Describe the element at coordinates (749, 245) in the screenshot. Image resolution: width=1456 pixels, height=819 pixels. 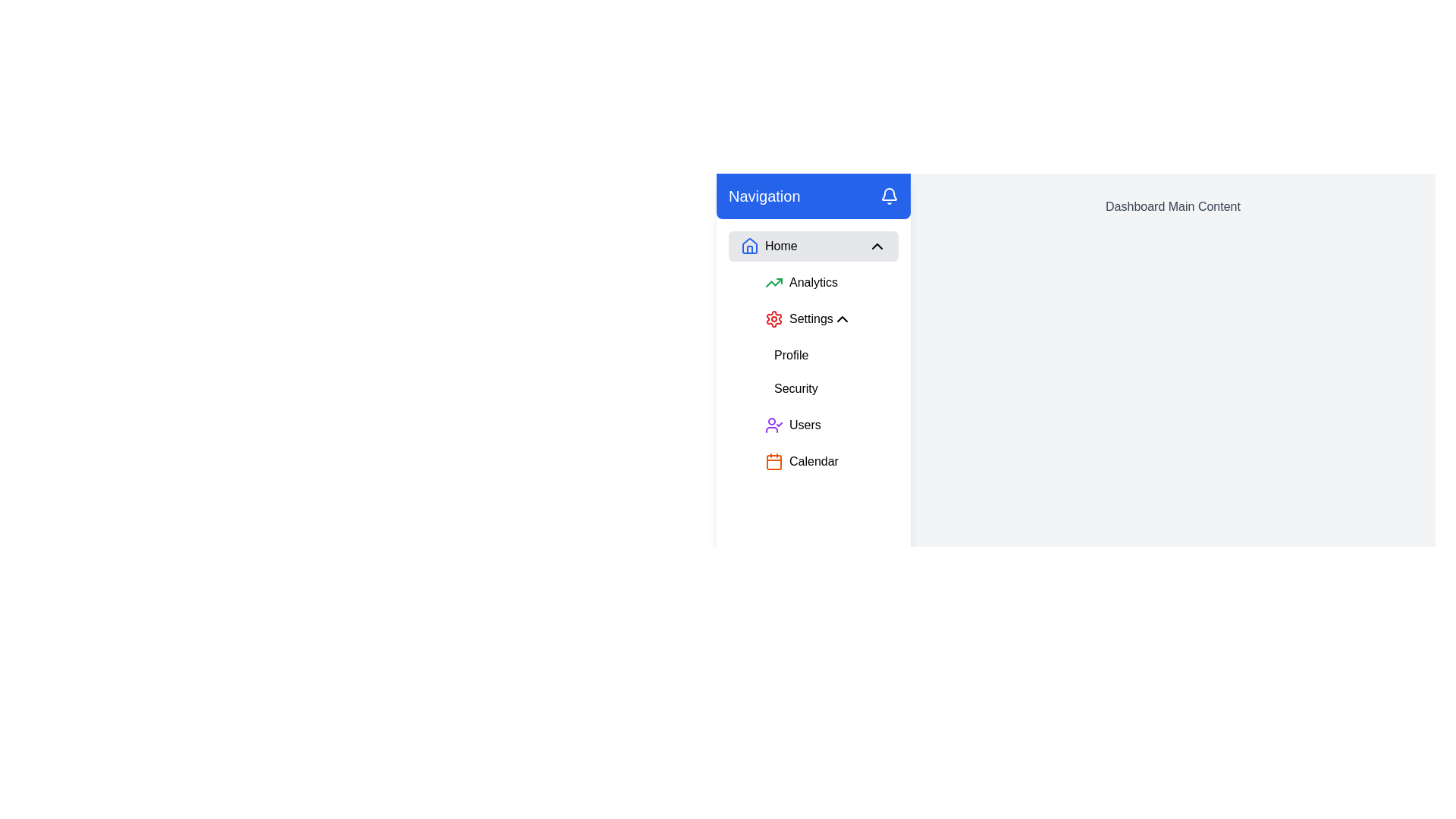
I see `the blue house icon indicating the 'Home' feature located in the navigation panel on the left edge of the application interface` at that location.